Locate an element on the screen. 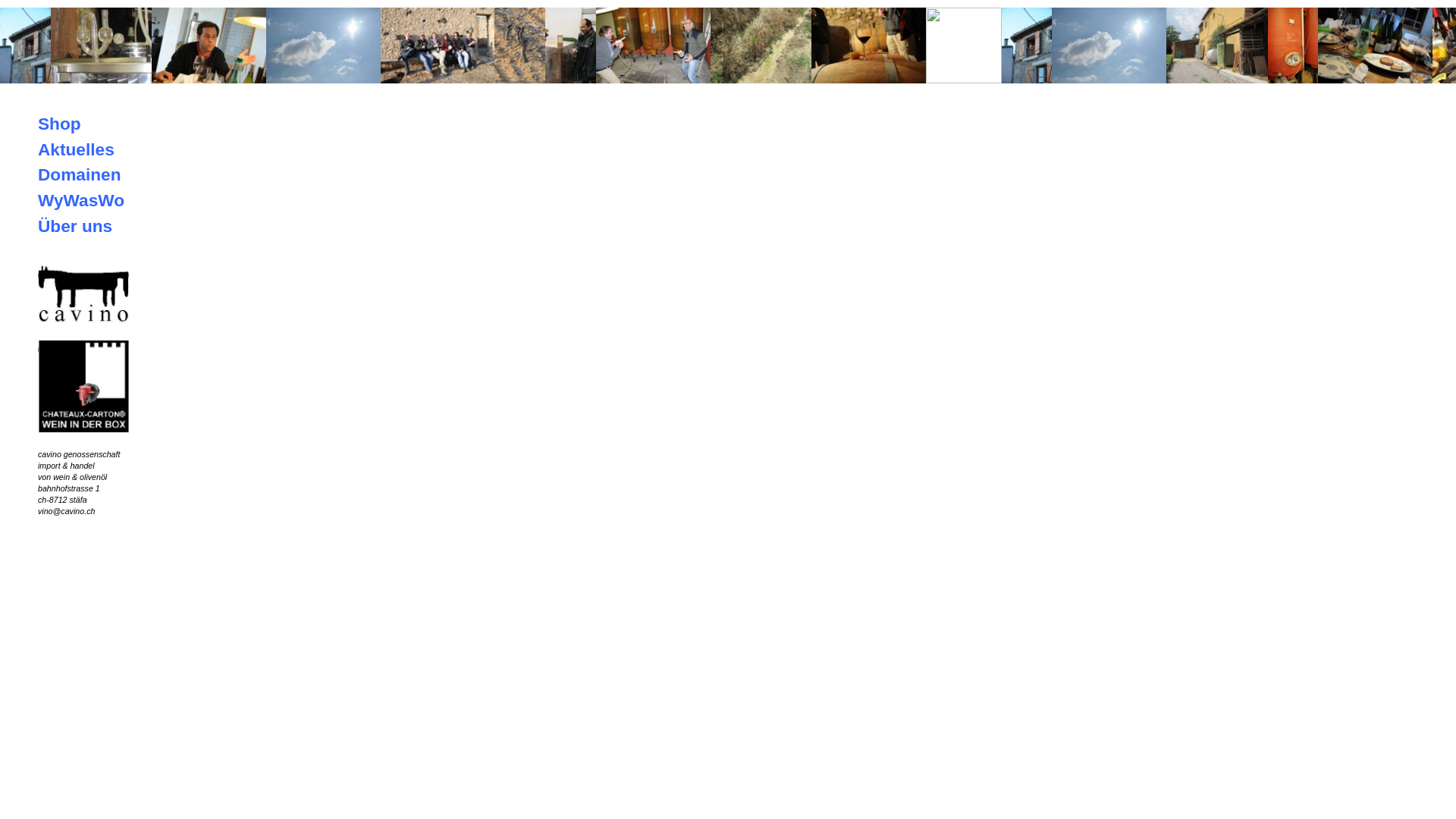  'WyWasWo' is located at coordinates (80, 199).